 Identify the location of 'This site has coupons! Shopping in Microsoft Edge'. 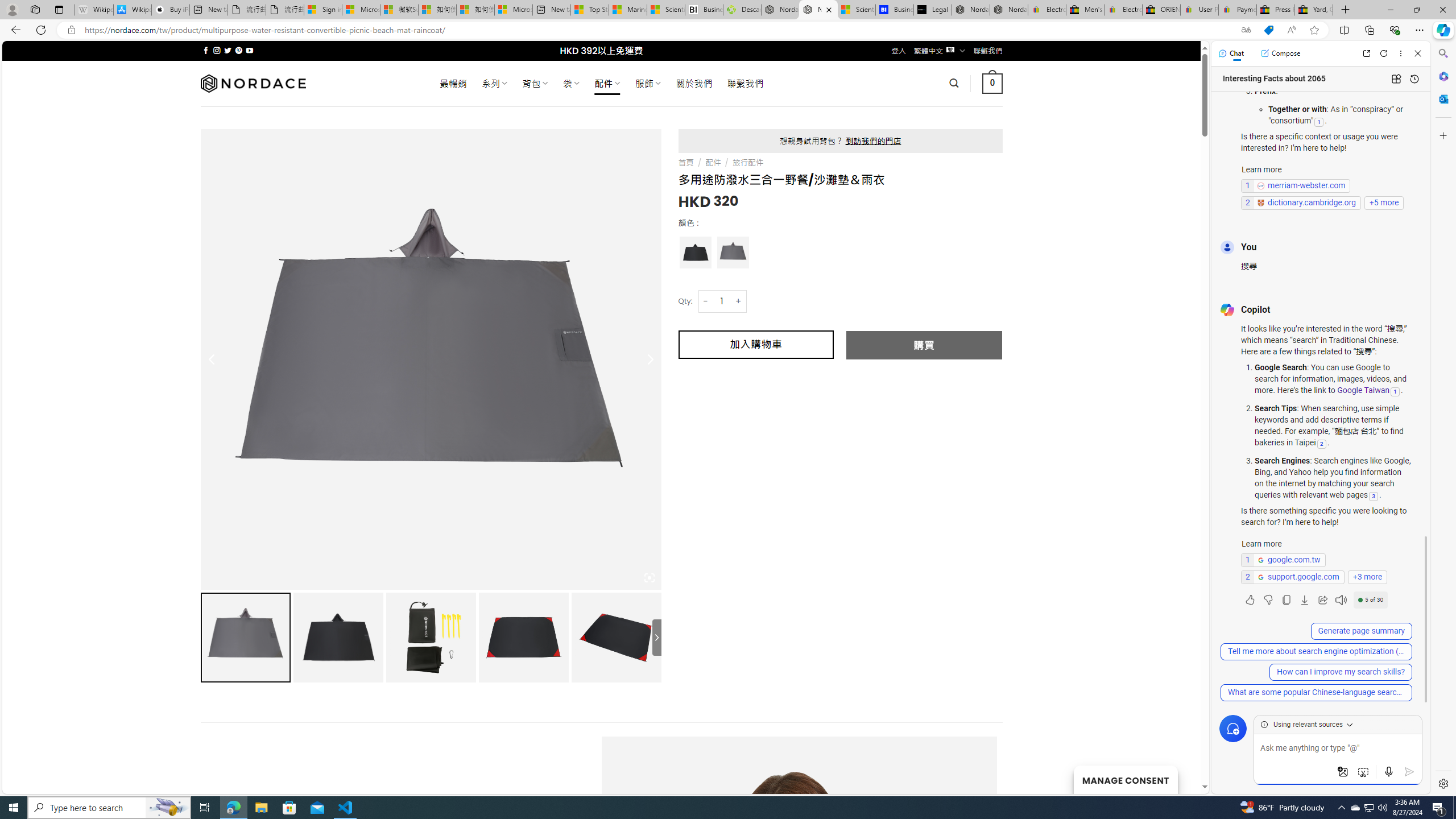
(1268, 30).